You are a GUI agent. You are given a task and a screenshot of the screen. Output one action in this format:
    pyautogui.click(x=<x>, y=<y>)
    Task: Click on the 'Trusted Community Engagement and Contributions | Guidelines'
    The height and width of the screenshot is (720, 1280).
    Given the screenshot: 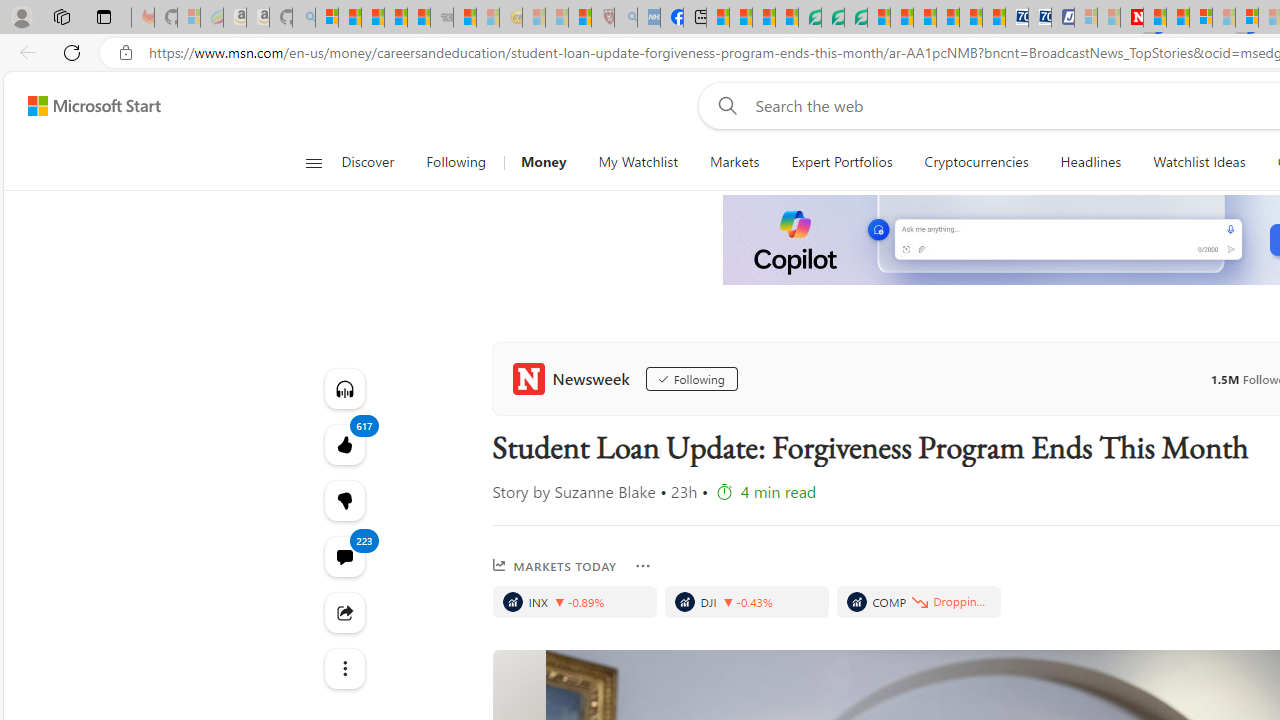 What is the action you would take?
    pyautogui.click(x=1155, y=17)
    